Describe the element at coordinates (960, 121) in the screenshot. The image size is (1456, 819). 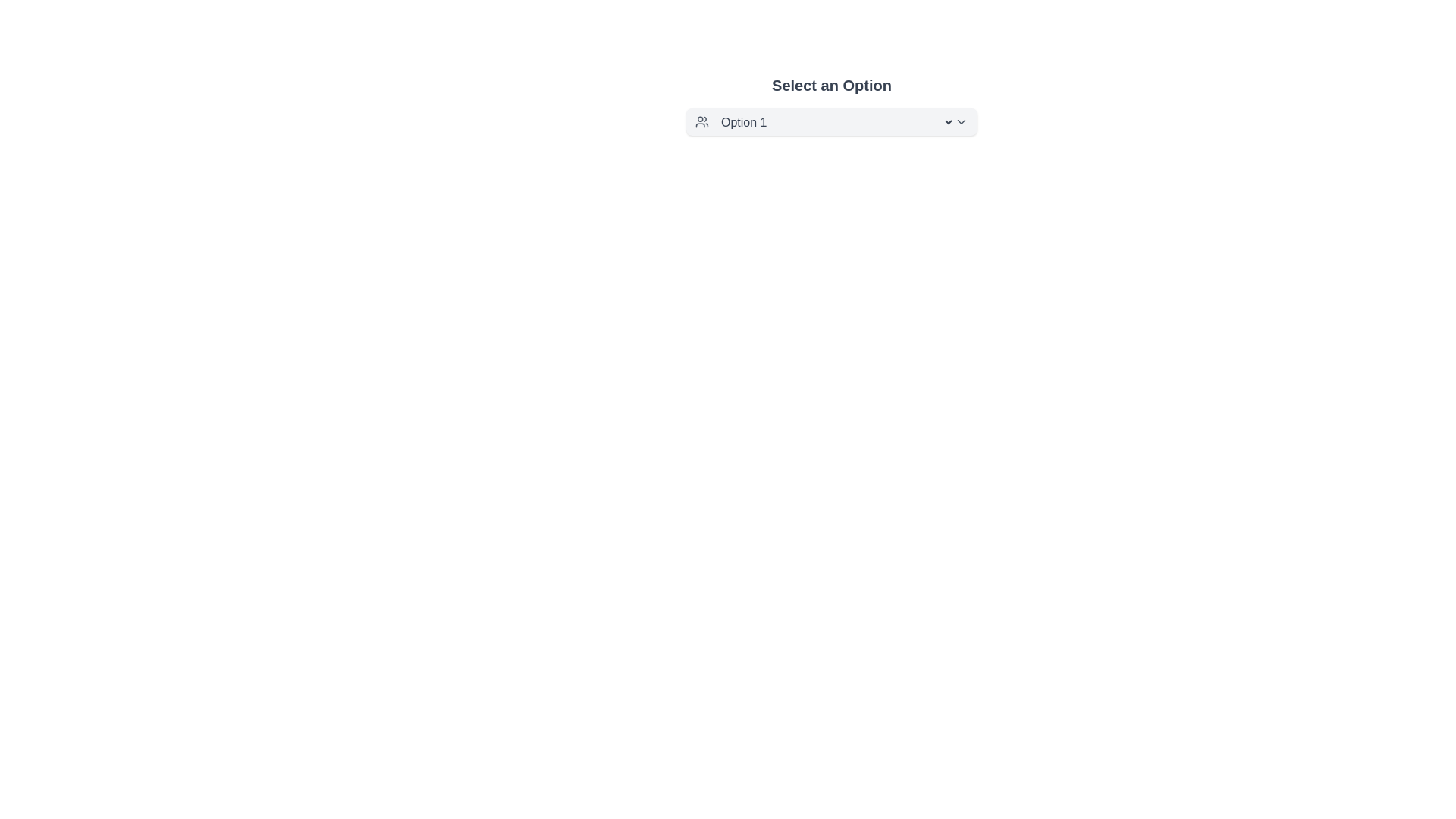
I see `the downward-pointing chevron icon located at the right end of the dropdown field` at that location.